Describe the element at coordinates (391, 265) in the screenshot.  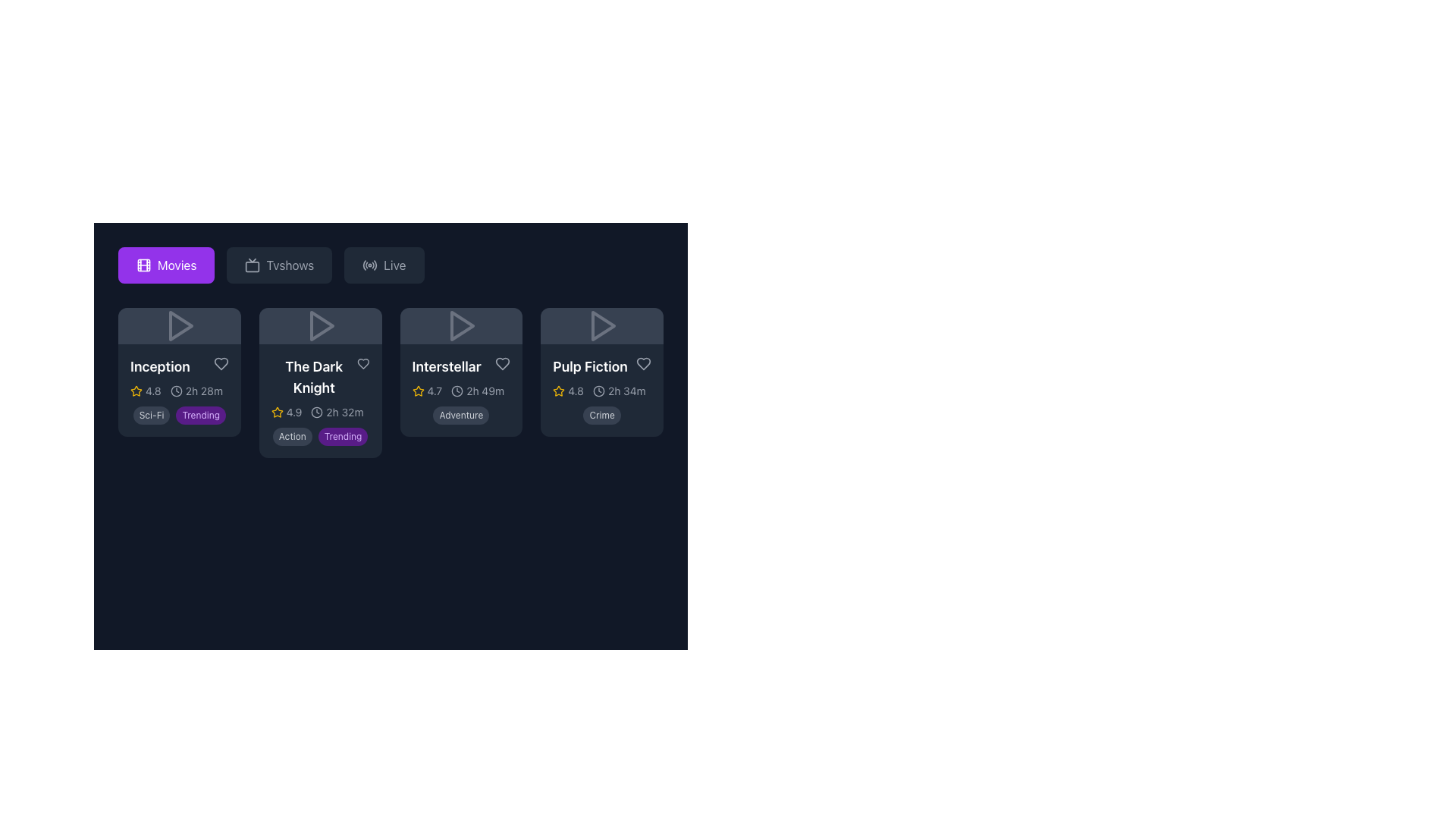
I see `the 'Movies' tab in the navigation bar` at that location.